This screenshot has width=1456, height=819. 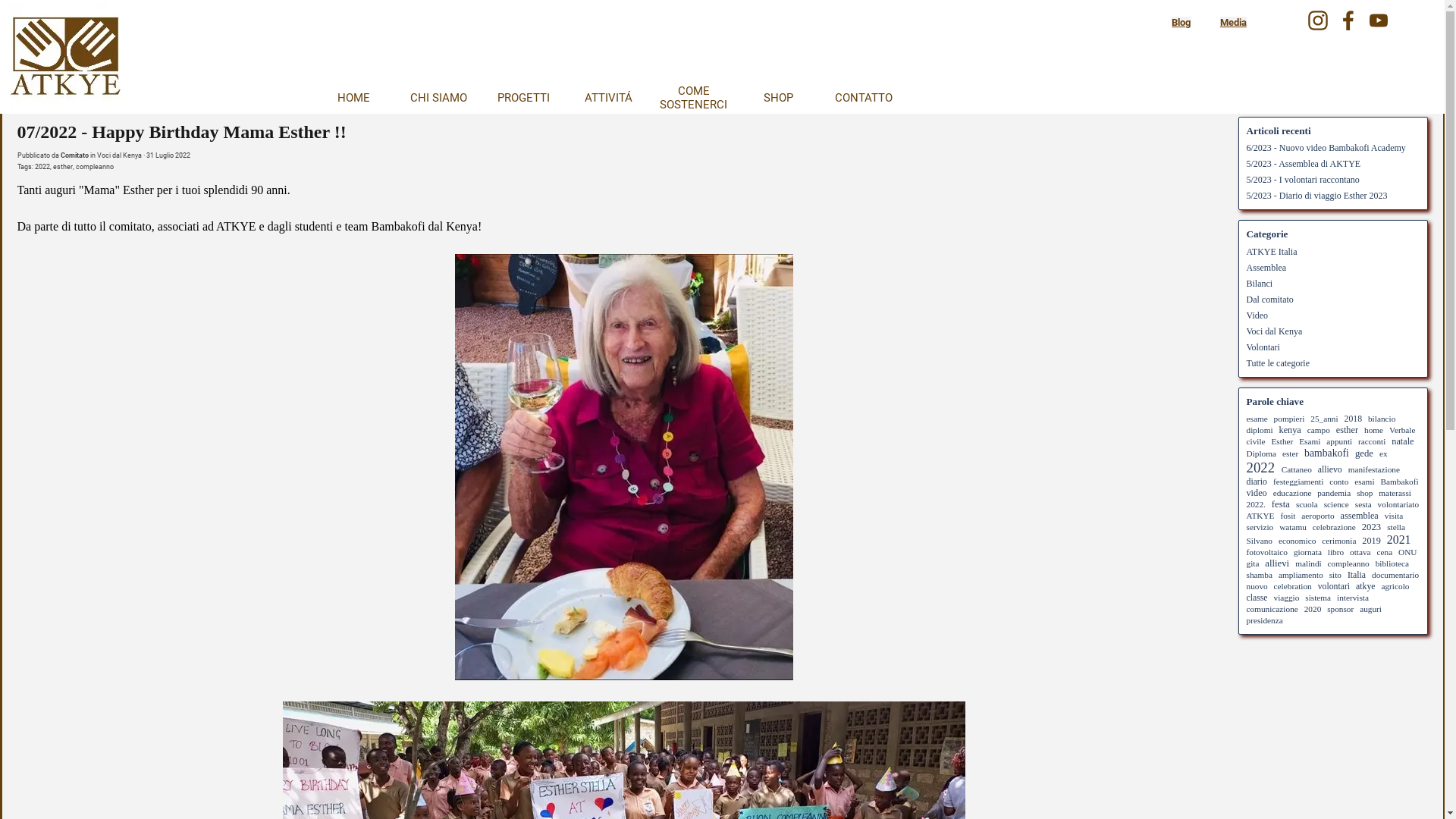 I want to click on 'biblioteca', so click(x=1392, y=563).